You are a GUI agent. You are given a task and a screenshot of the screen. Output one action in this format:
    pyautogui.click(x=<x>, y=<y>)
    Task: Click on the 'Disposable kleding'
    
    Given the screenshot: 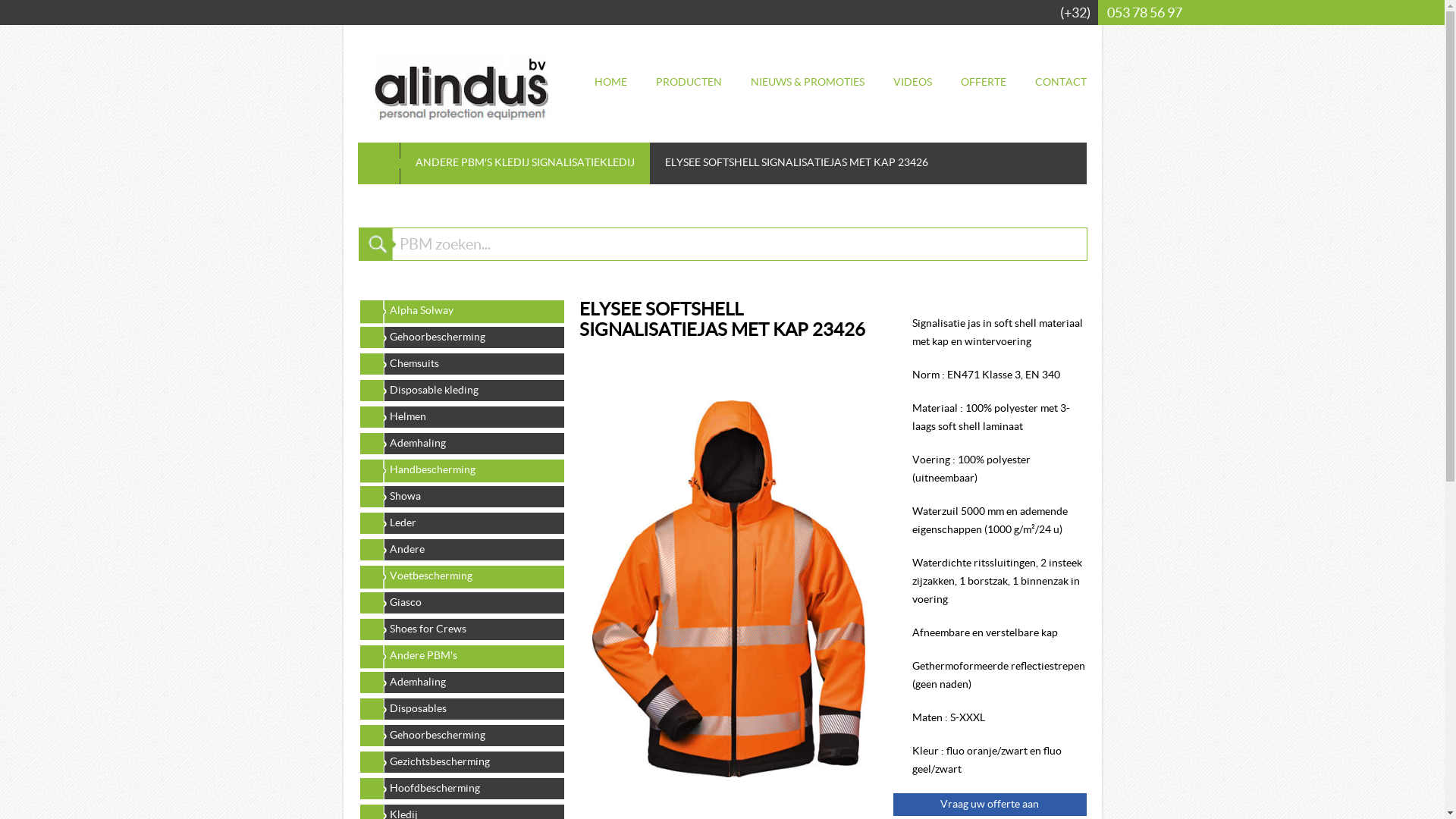 What is the action you would take?
    pyautogui.click(x=460, y=388)
    